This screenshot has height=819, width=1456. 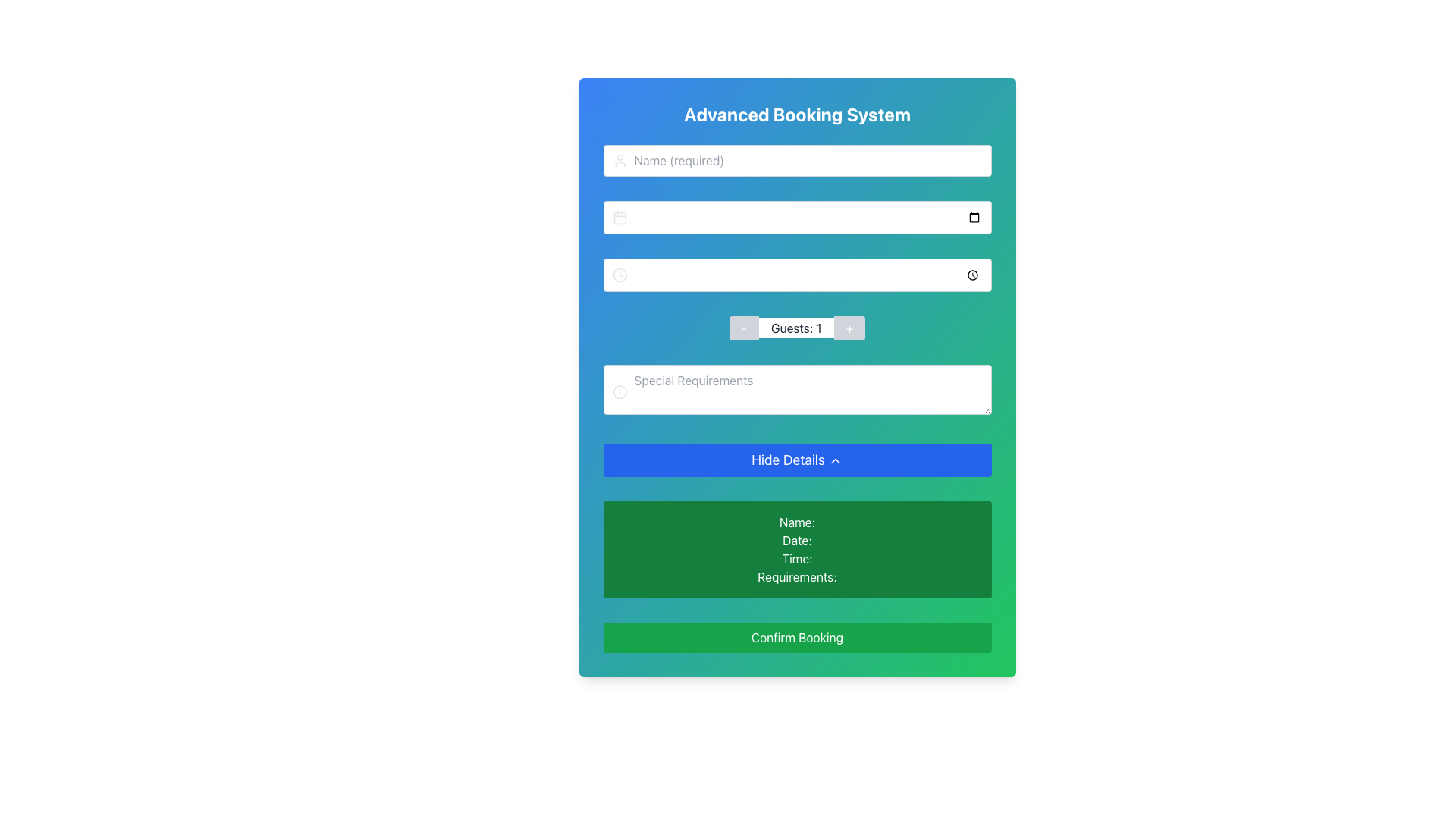 What do you see at coordinates (796, 540) in the screenshot?
I see `the second text label in the vertical sequence of labels, located between the blue 'Hide Details' button and the green 'Confirm Booking' button` at bounding box center [796, 540].